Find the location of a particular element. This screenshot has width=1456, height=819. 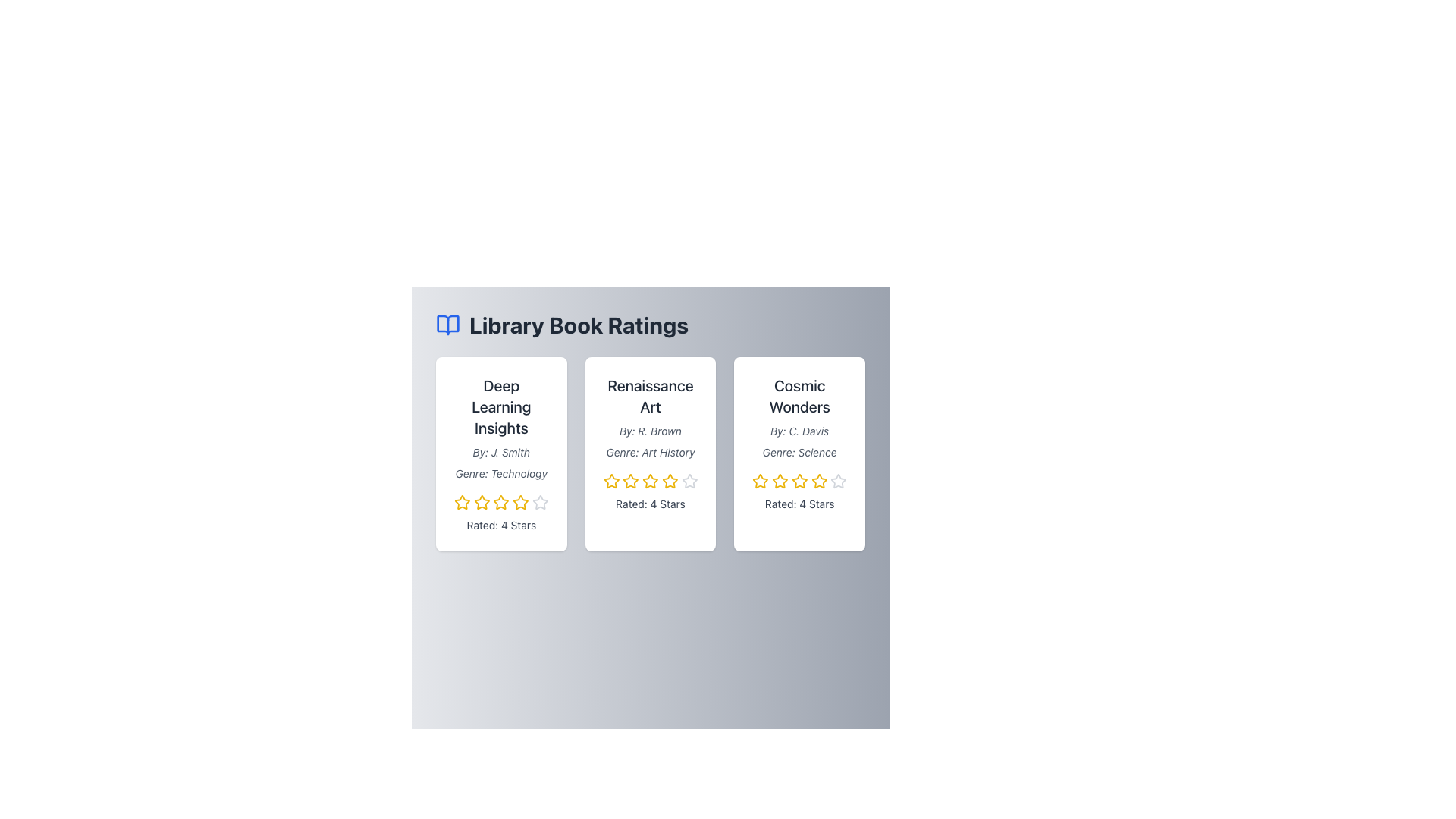

the fourth star in the 5-star rating system for the book 'Deep Learning Insights' to interact and set or update the rating is located at coordinates (520, 502).